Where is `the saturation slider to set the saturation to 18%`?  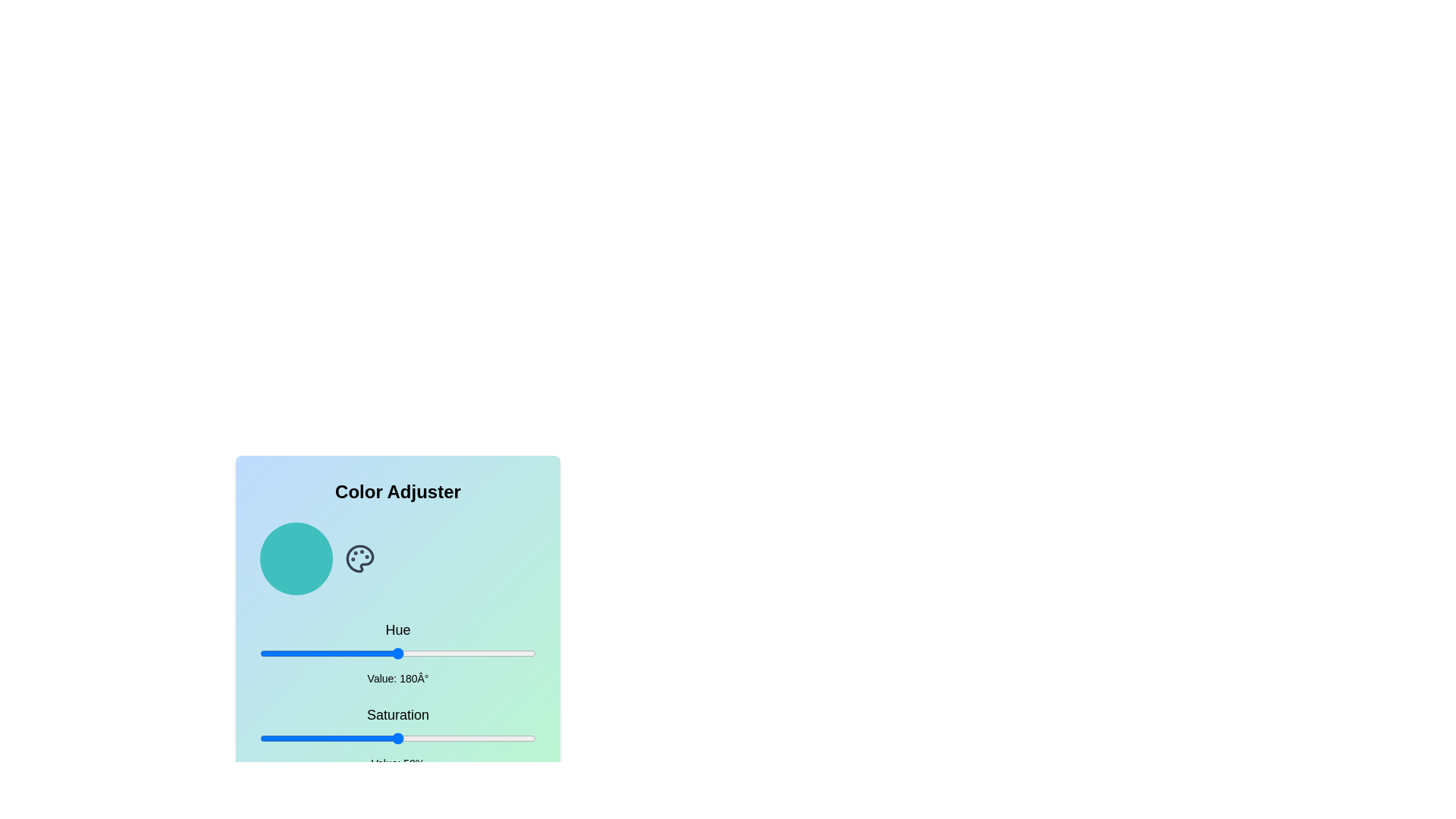
the saturation slider to set the saturation to 18% is located at coordinates (309, 738).